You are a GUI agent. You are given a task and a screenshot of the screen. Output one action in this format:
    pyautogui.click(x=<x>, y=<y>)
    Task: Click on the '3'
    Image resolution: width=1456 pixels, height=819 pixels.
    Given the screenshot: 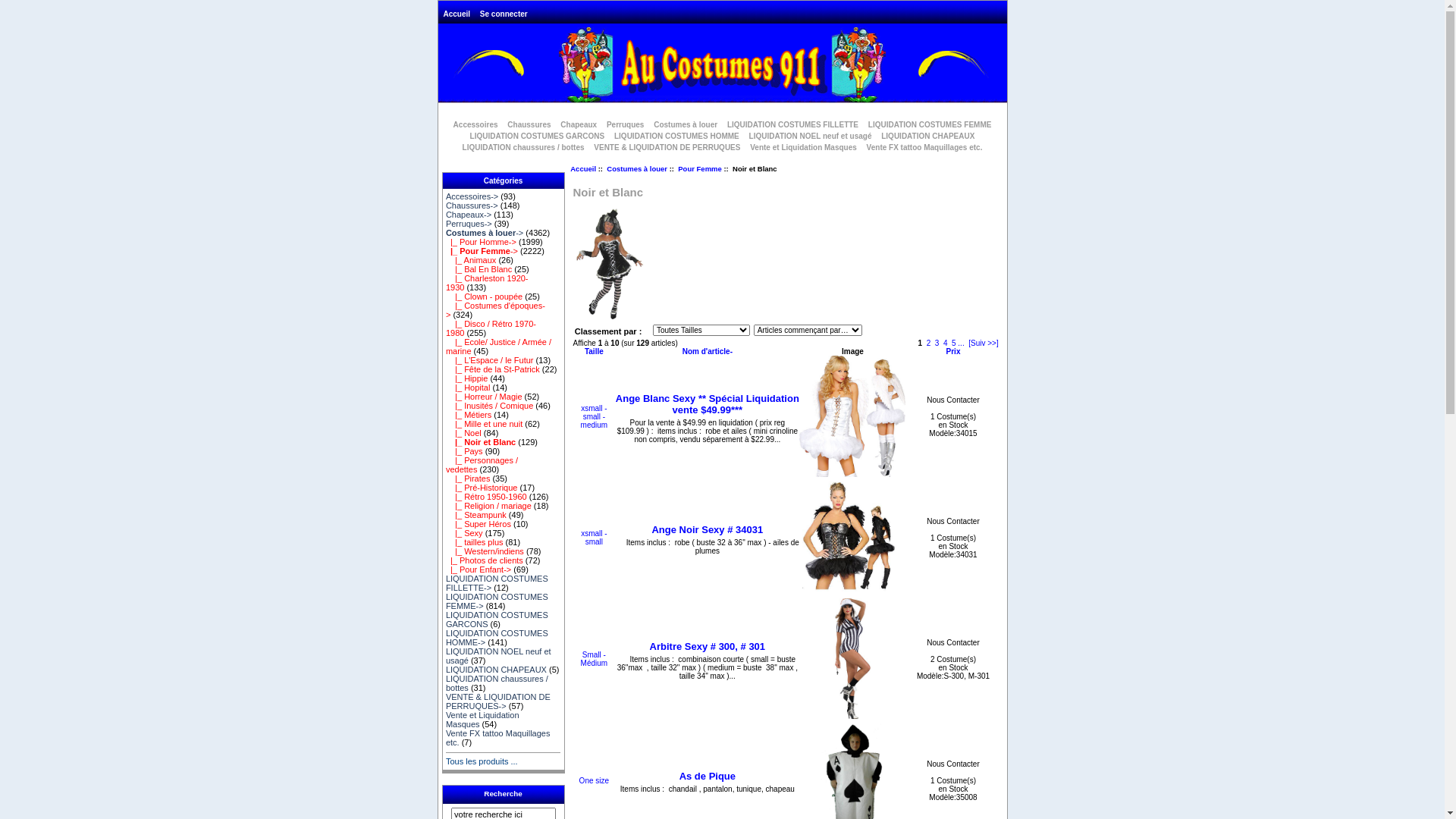 What is the action you would take?
    pyautogui.click(x=937, y=343)
    